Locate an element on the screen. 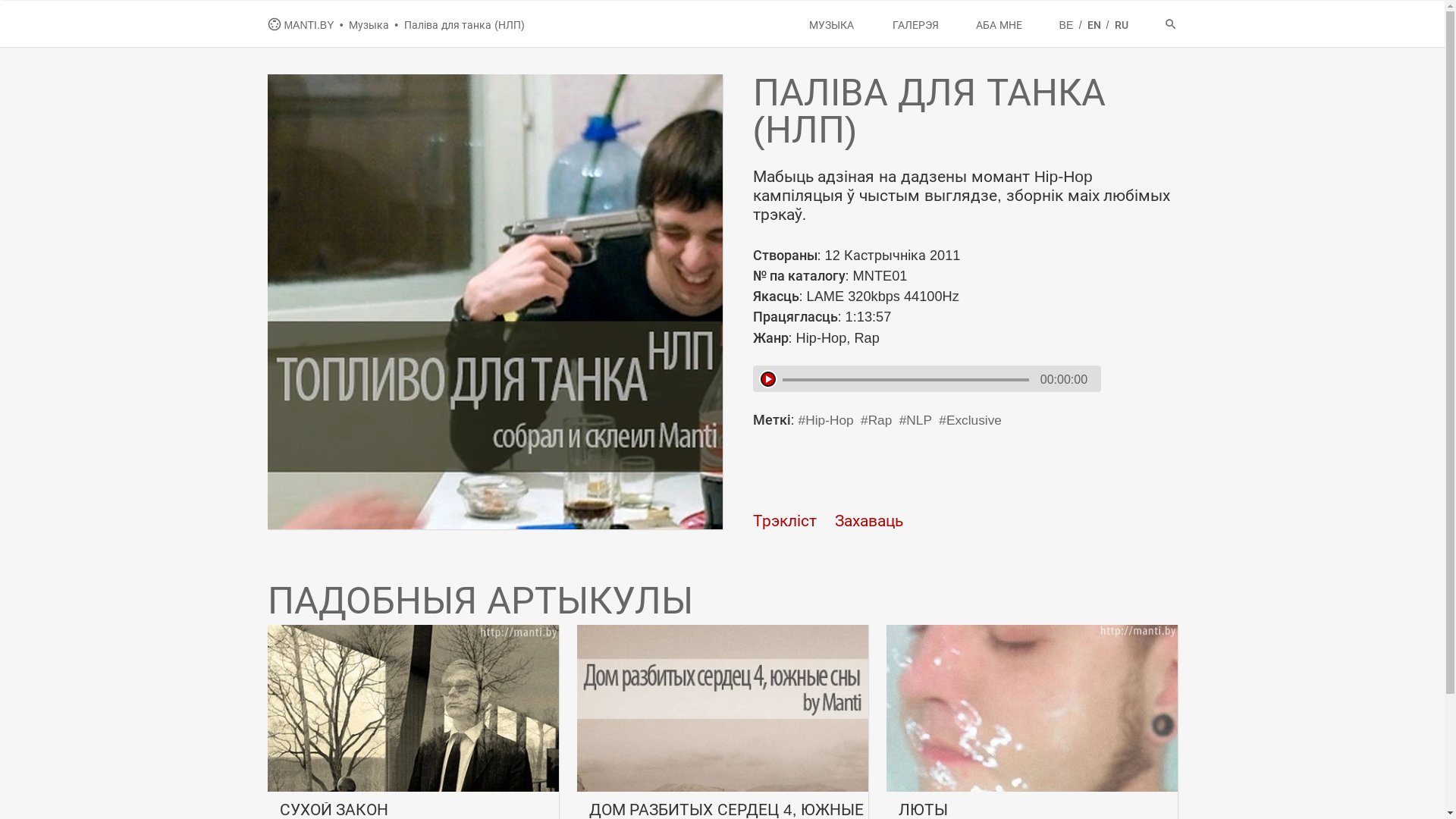 The image size is (1456, 819). 'RU' is located at coordinates (1121, 25).